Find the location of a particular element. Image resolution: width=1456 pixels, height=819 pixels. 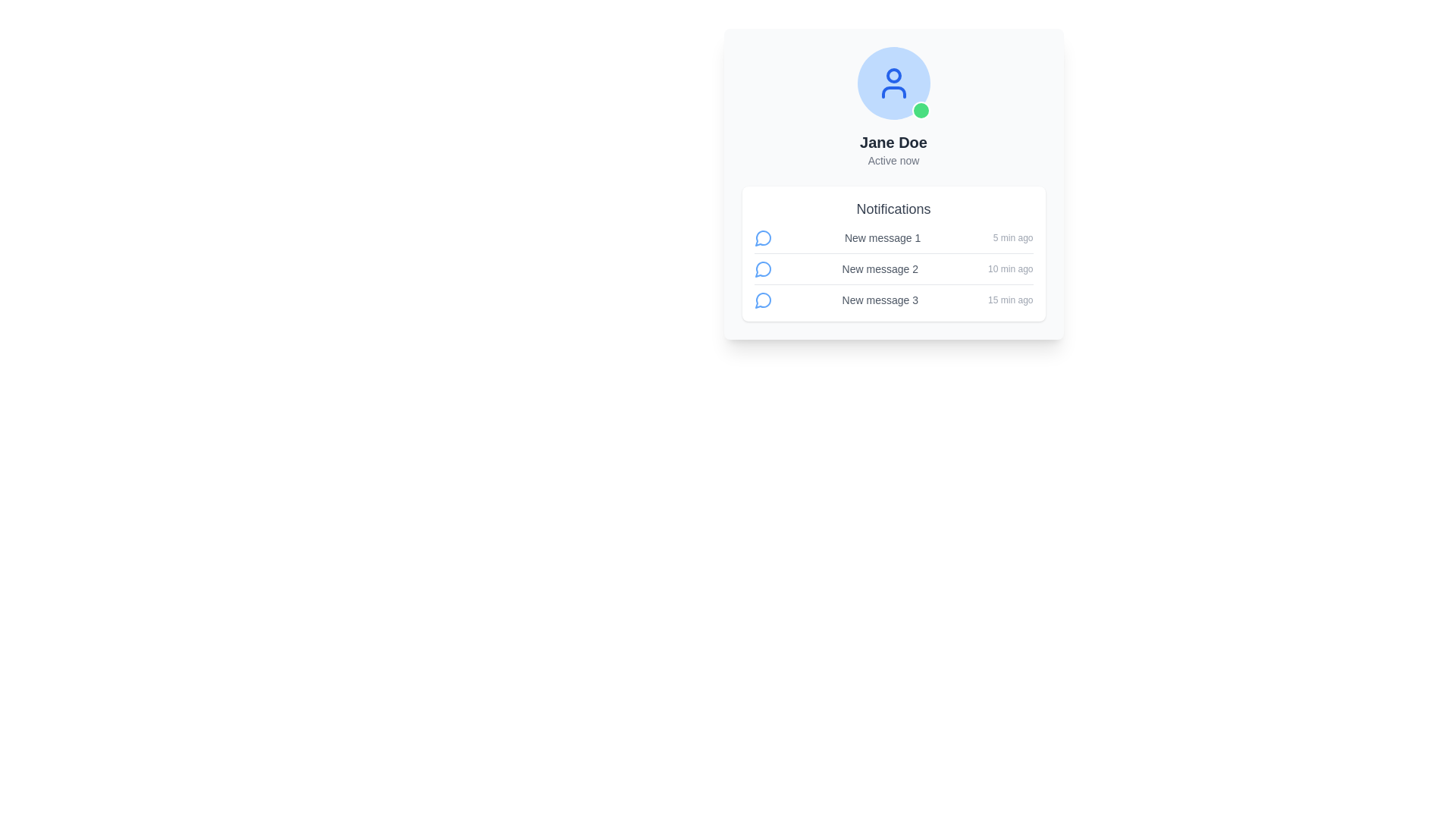

the user icon, which is a blue avatar silhouette with a circular head and curved shoulders, located at the center of its light blue circular background in the profile section of the notification panel is located at coordinates (893, 83).